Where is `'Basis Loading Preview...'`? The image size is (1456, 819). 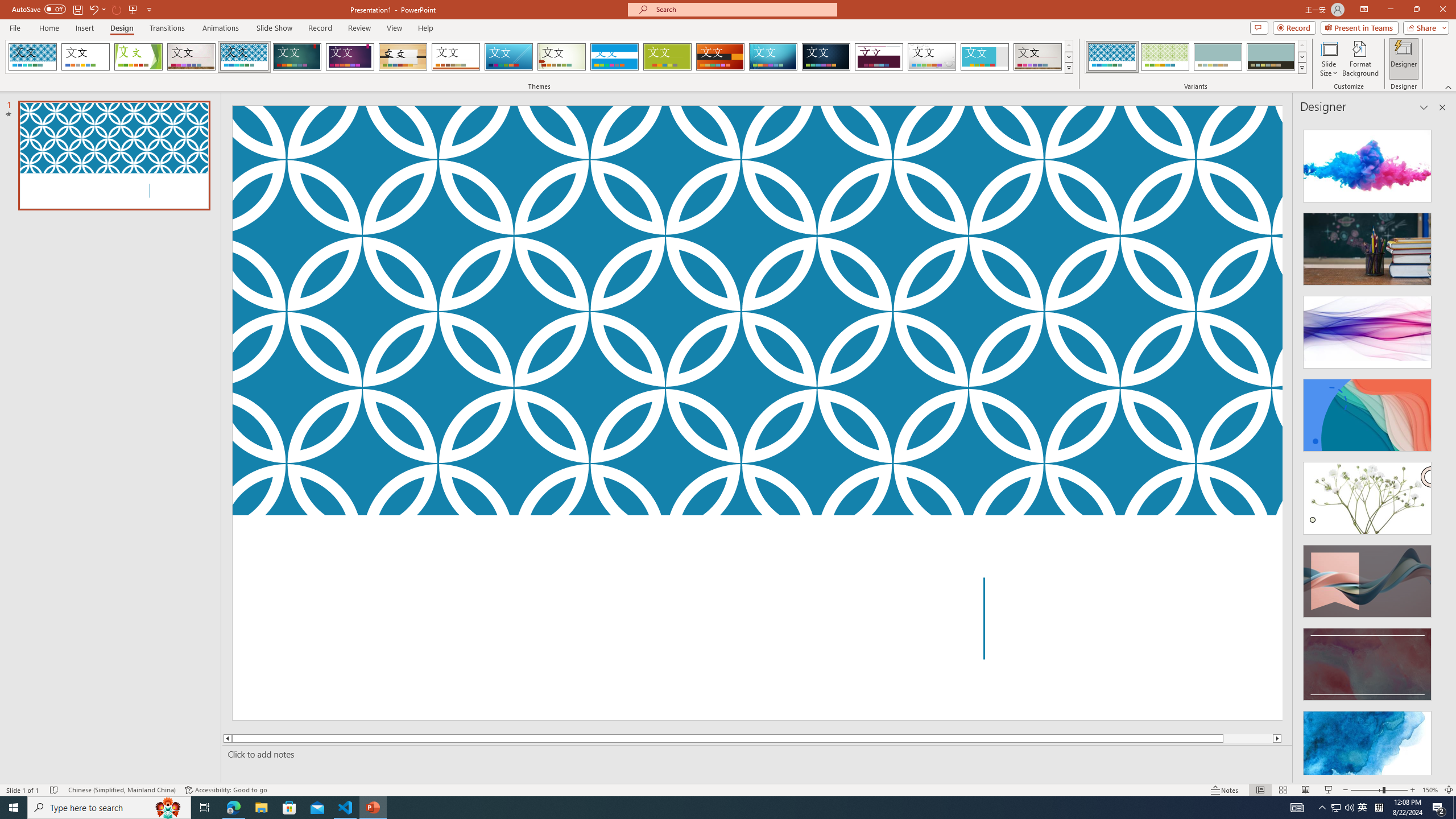
'Basis Loading Preview...' is located at coordinates (667, 56).